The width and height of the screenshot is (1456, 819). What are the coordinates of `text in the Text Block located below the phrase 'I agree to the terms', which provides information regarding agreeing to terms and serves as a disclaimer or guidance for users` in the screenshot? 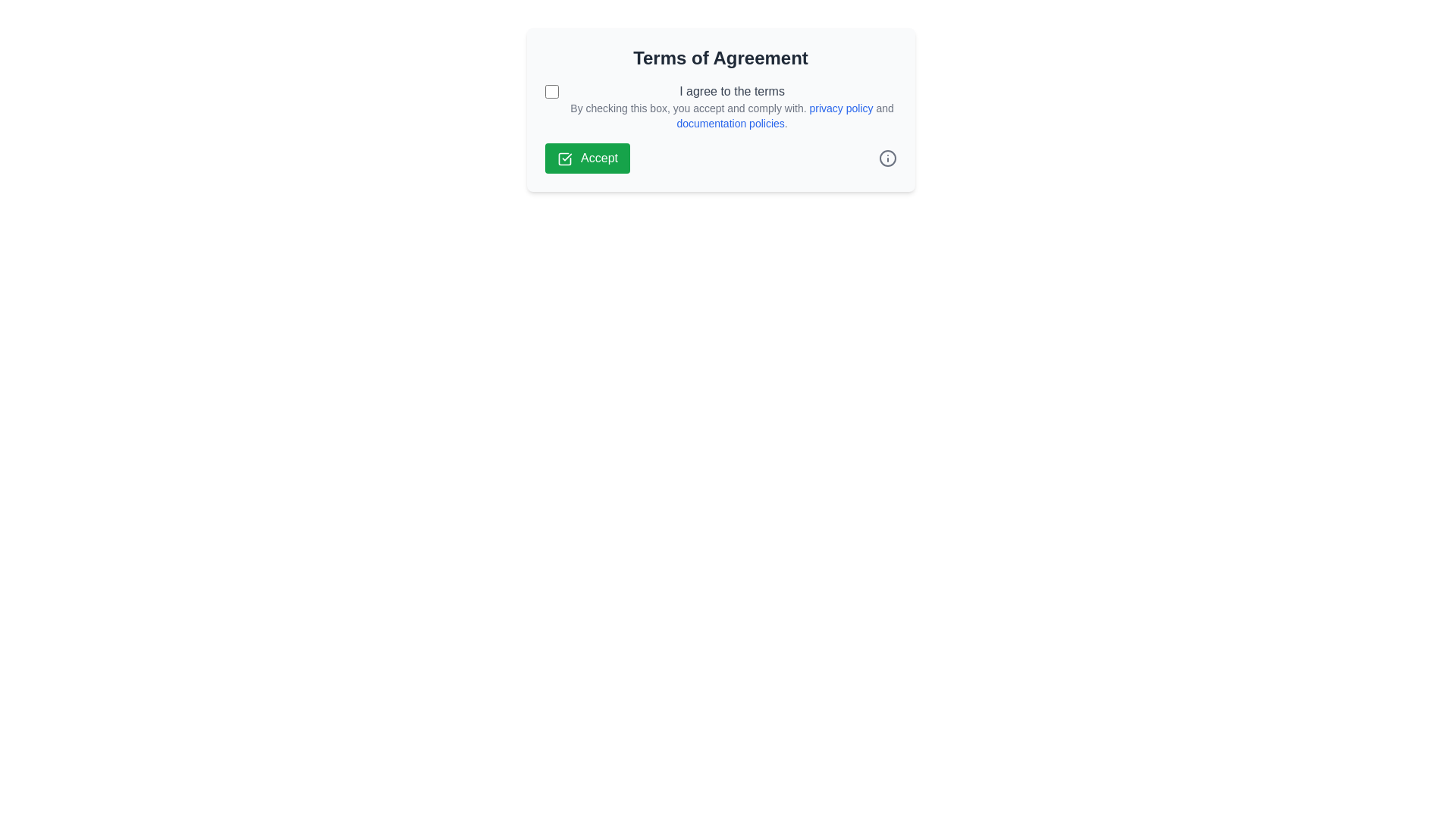 It's located at (732, 115).